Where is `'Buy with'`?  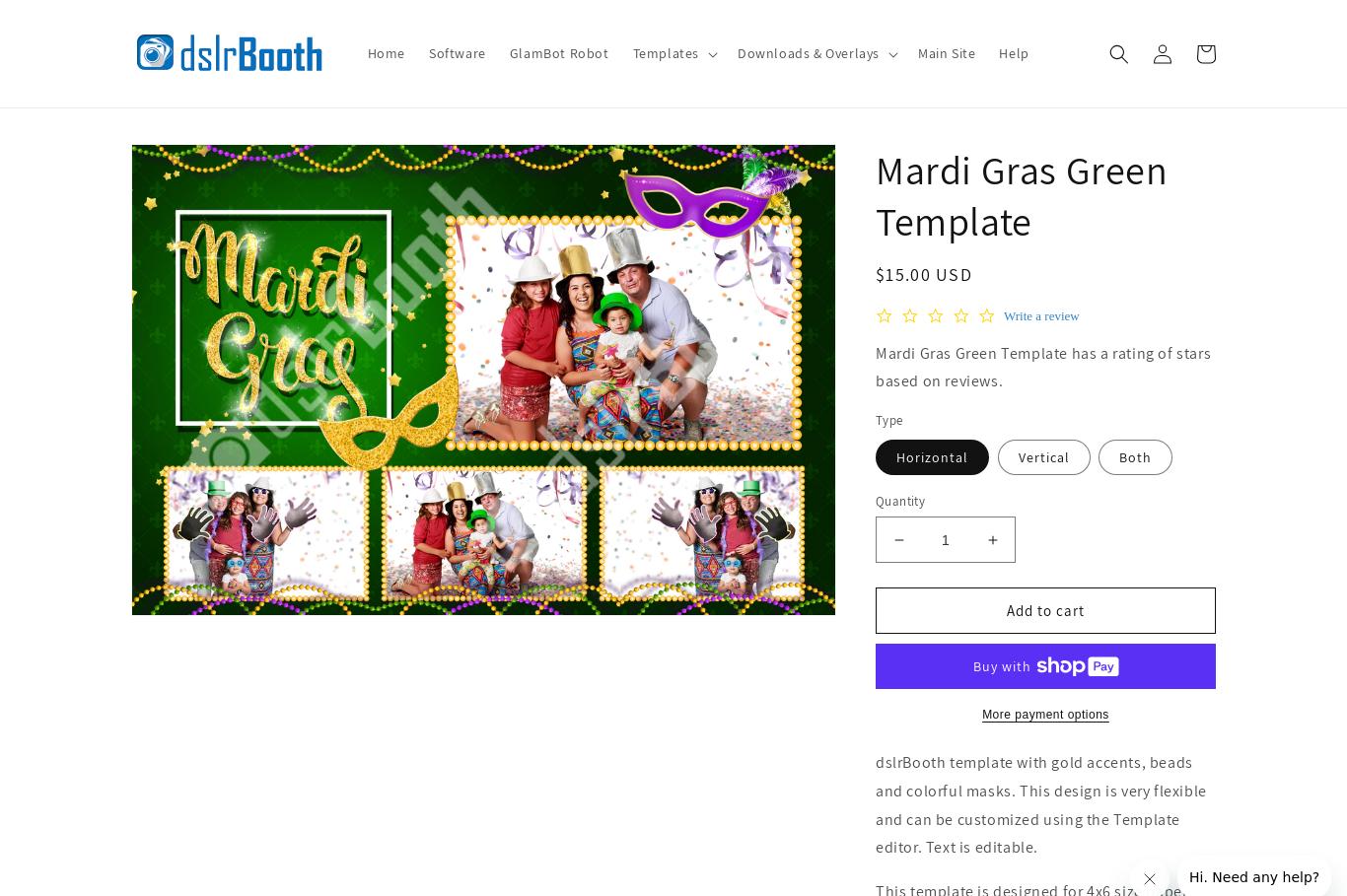 'Buy with' is located at coordinates (1003, 666).